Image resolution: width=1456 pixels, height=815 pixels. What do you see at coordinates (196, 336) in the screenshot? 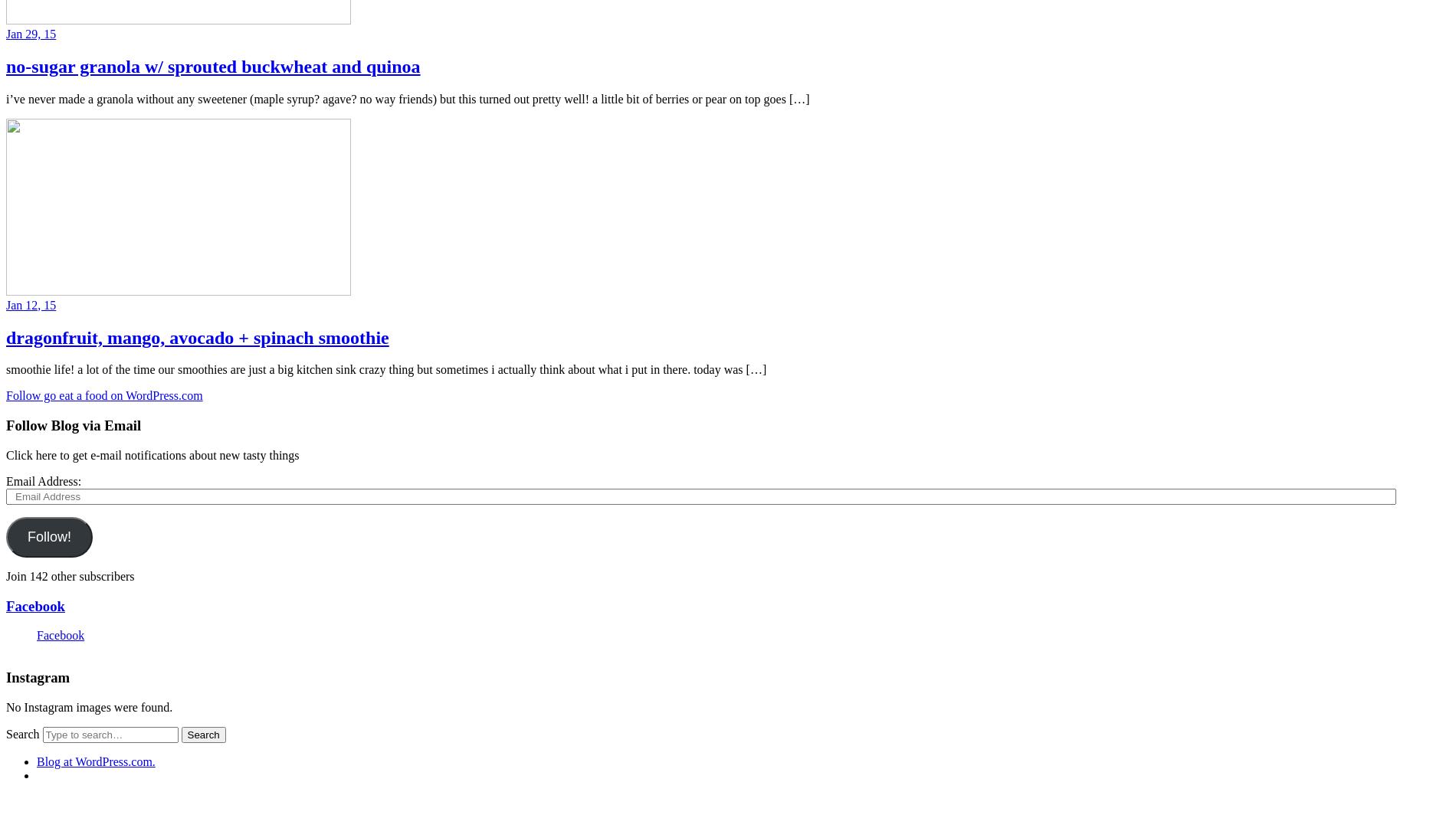
I see `'dragonfruit, mango, avocado + spinach smoothie'` at bounding box center [196, 336].